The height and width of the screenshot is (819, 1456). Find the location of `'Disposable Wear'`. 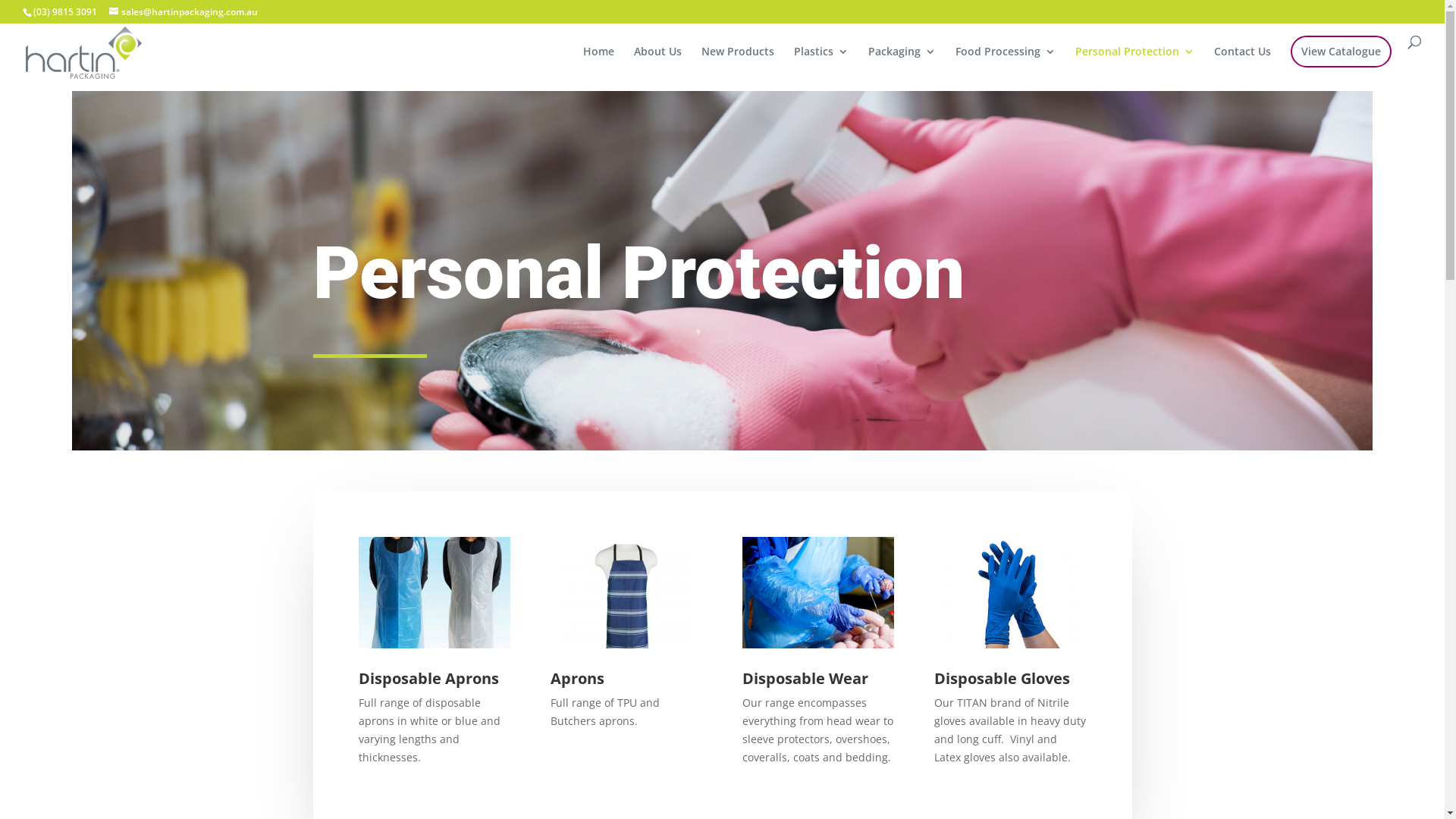

'Disposable Wear' is located at coordinates (804, 677).